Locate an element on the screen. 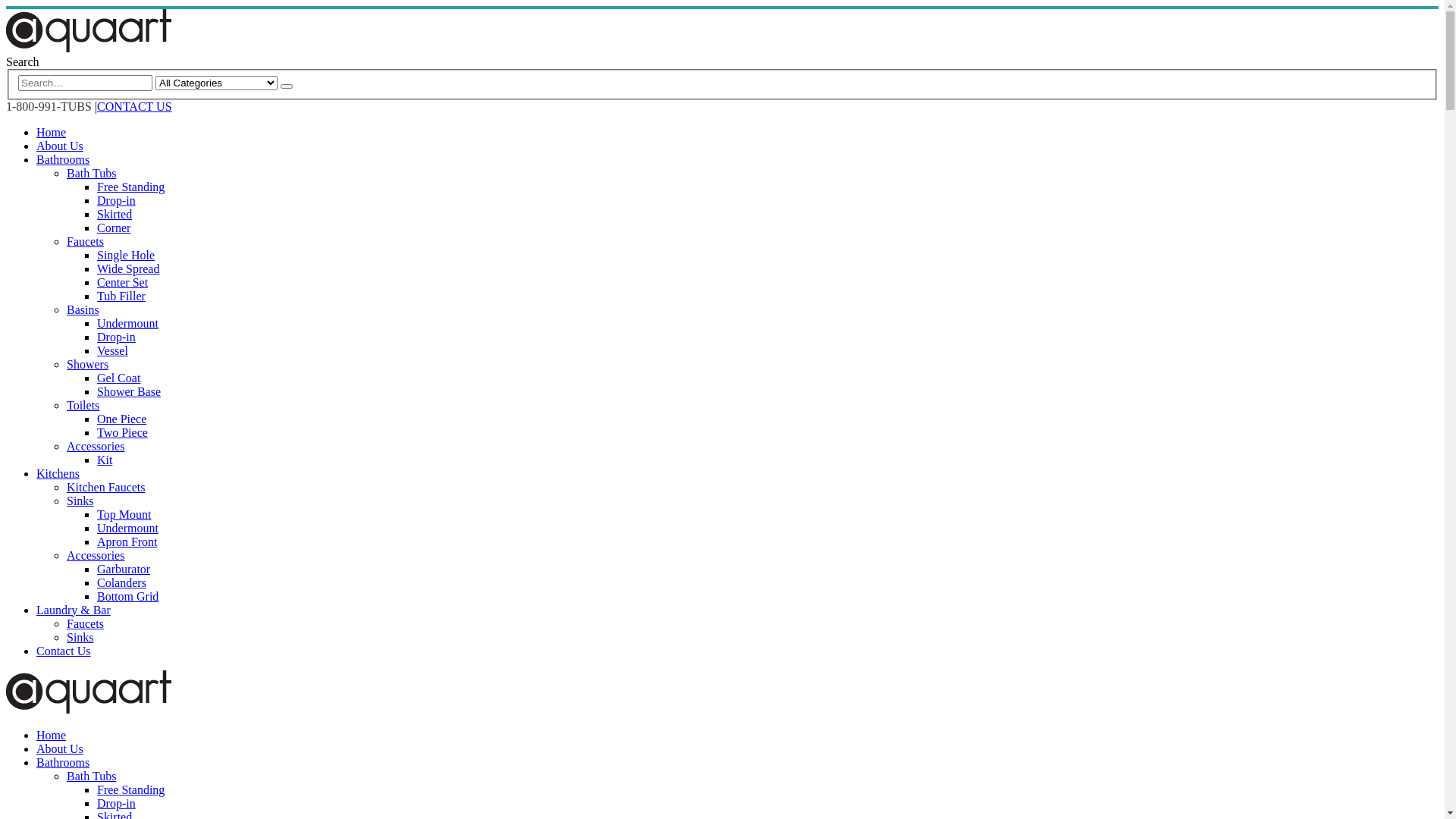  'Accessories' is located at coordinates (94, 445).